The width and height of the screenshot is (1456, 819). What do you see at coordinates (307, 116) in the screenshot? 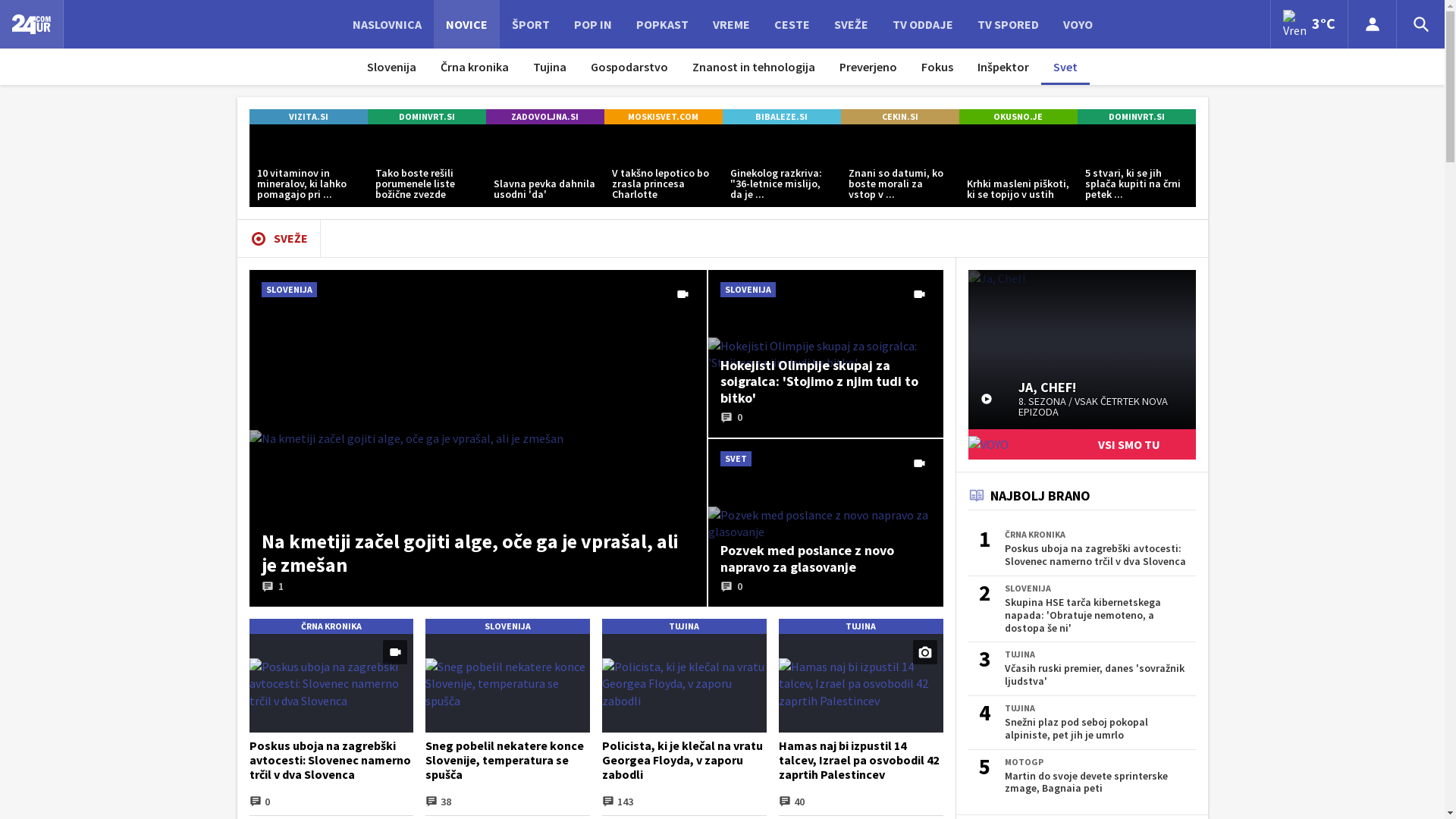
I see `'VIZITA.SI'` at bounding box center [307, 116].